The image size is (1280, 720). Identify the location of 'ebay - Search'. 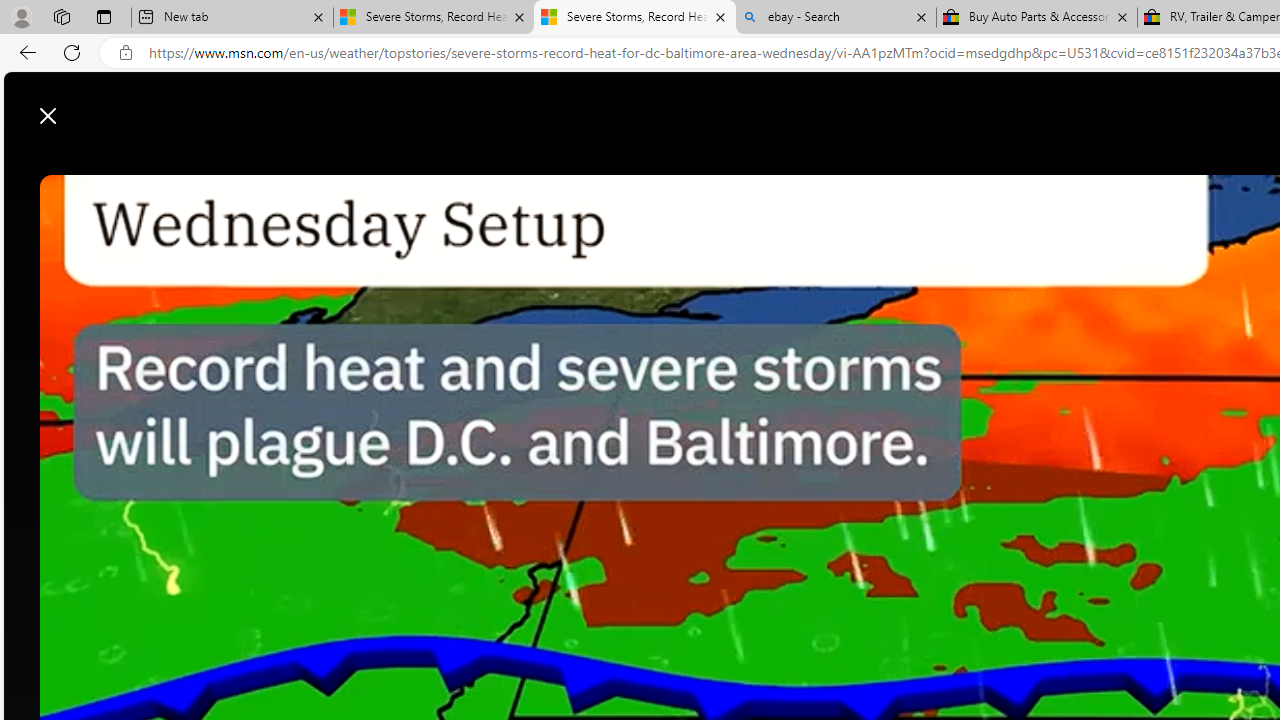
(835, 17).